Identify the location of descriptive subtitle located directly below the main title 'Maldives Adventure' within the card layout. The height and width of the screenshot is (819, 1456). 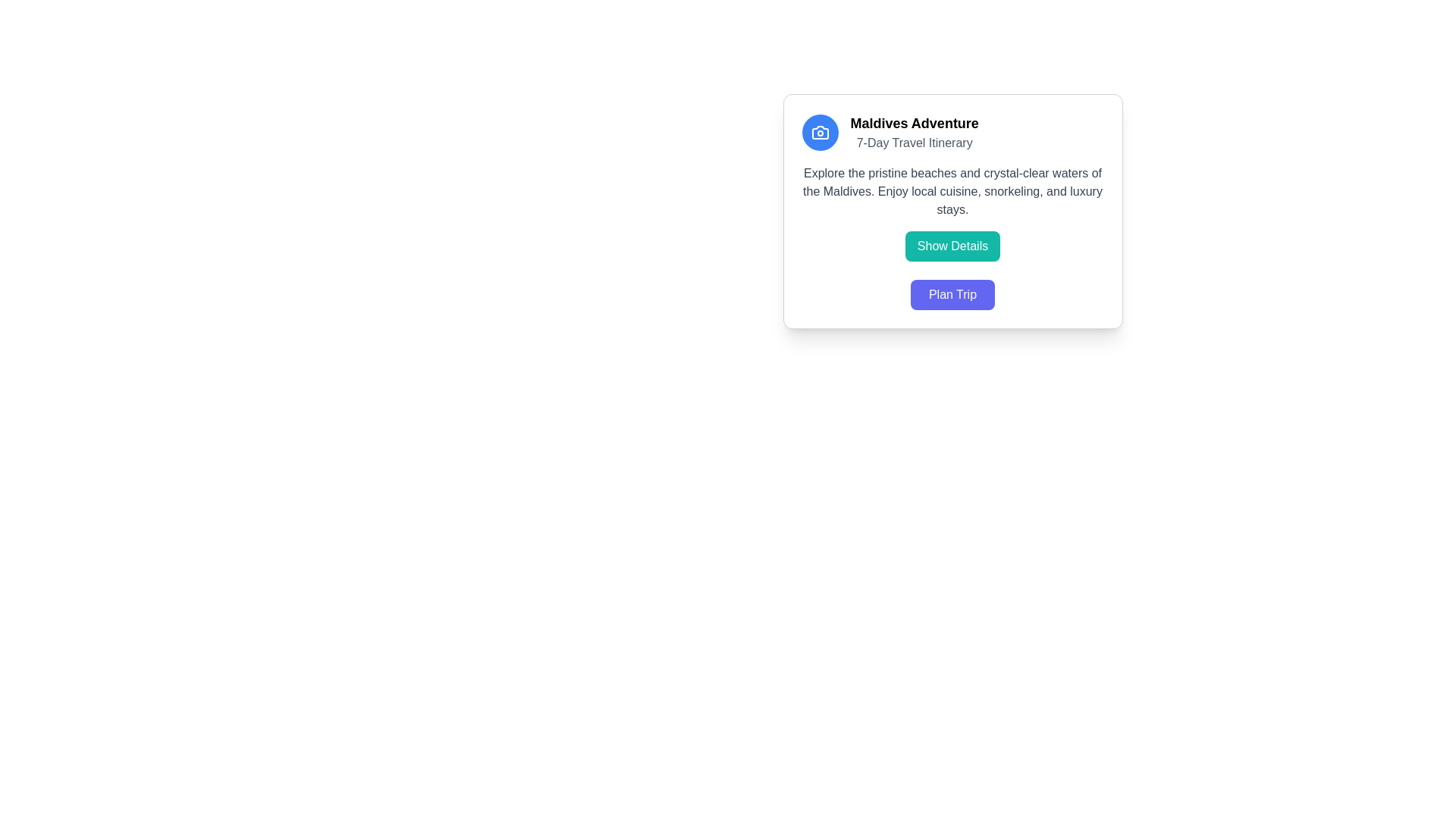
(914, 143).